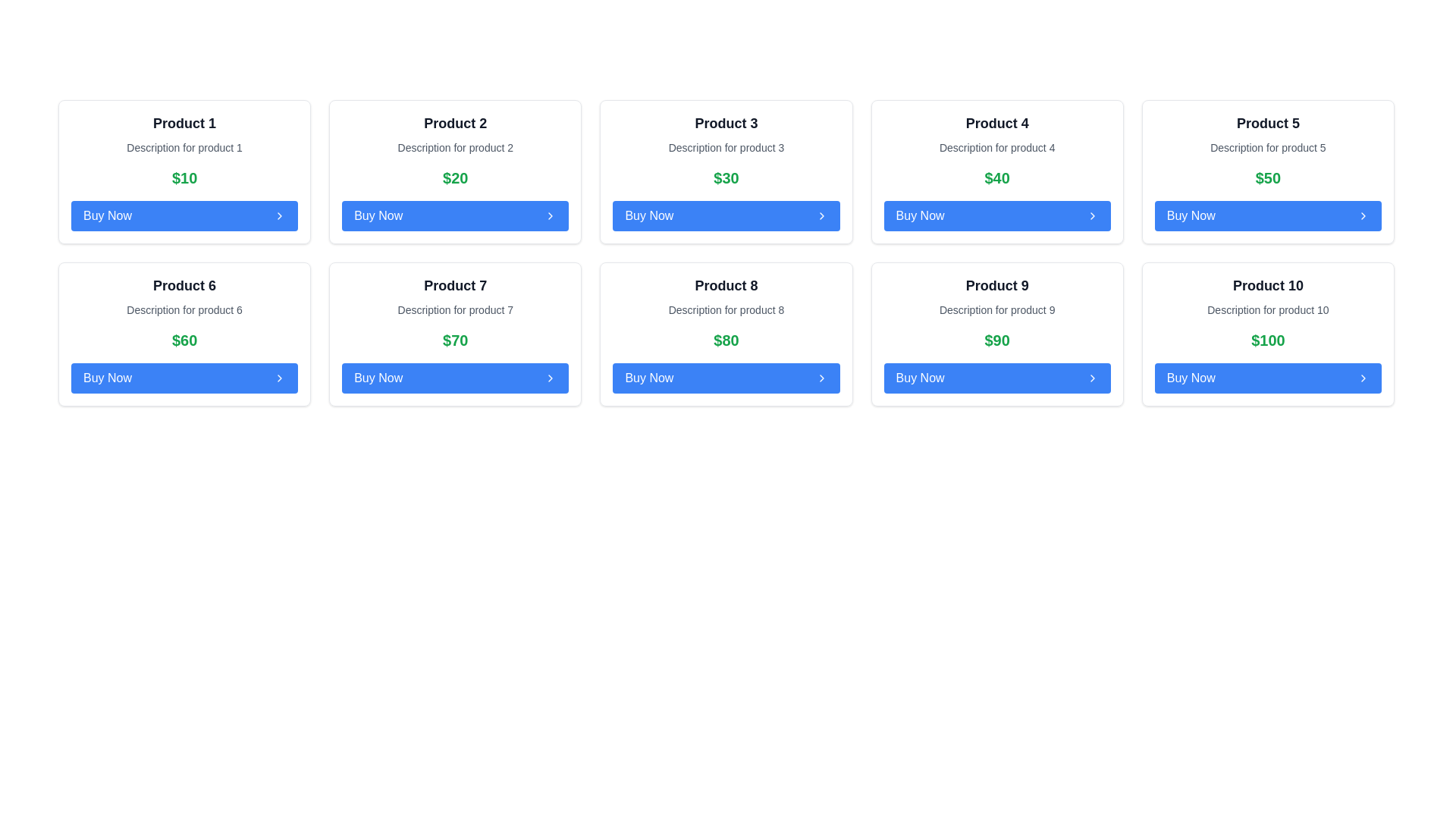  I want to click on the 'Buy Now' button in the third product card ('Product 3'), which contains the decorative icon located on the far-right side of the button, so click(821, 216).